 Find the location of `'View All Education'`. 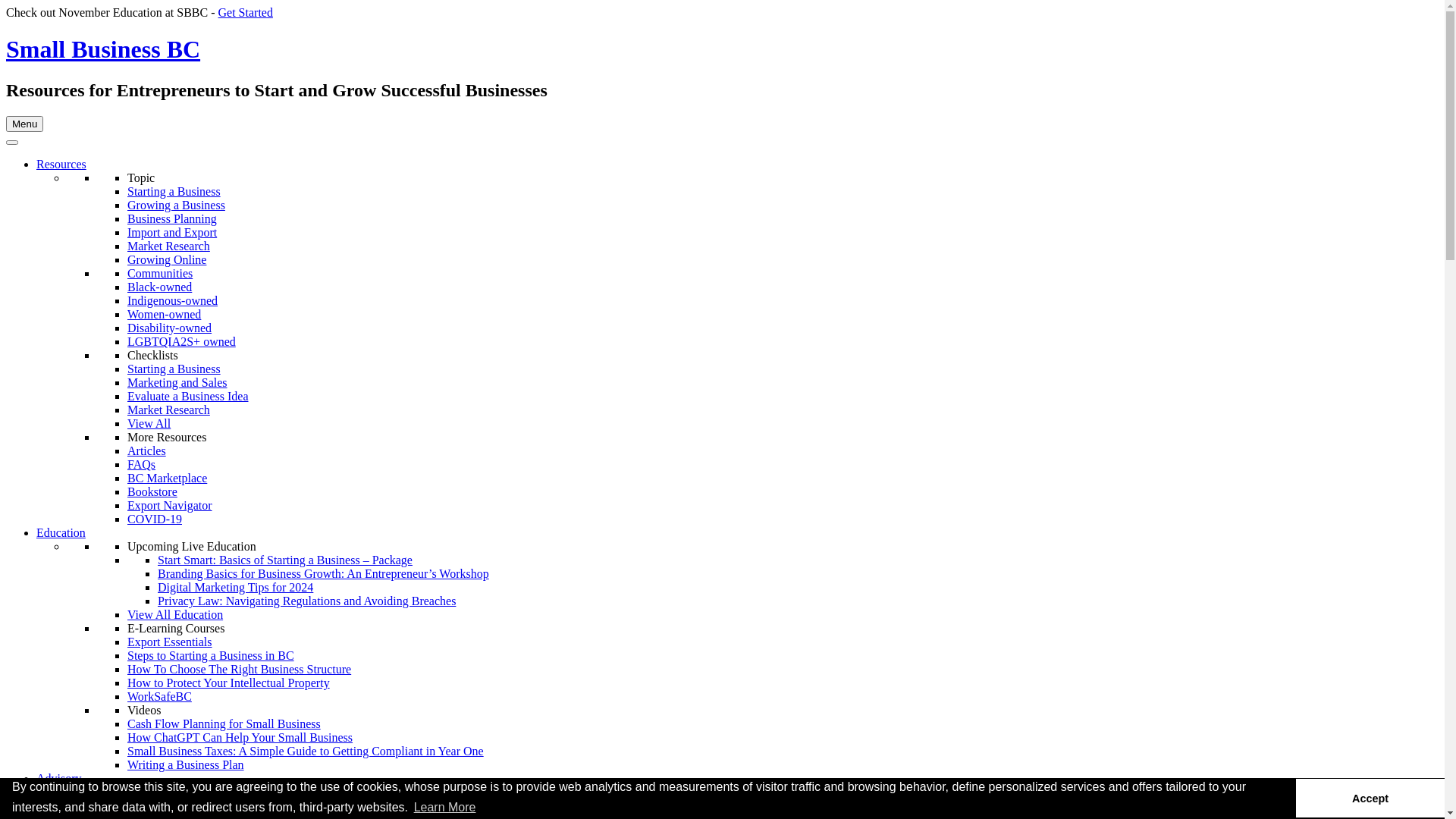

'View All Education' is located at coordinates (174, 614).